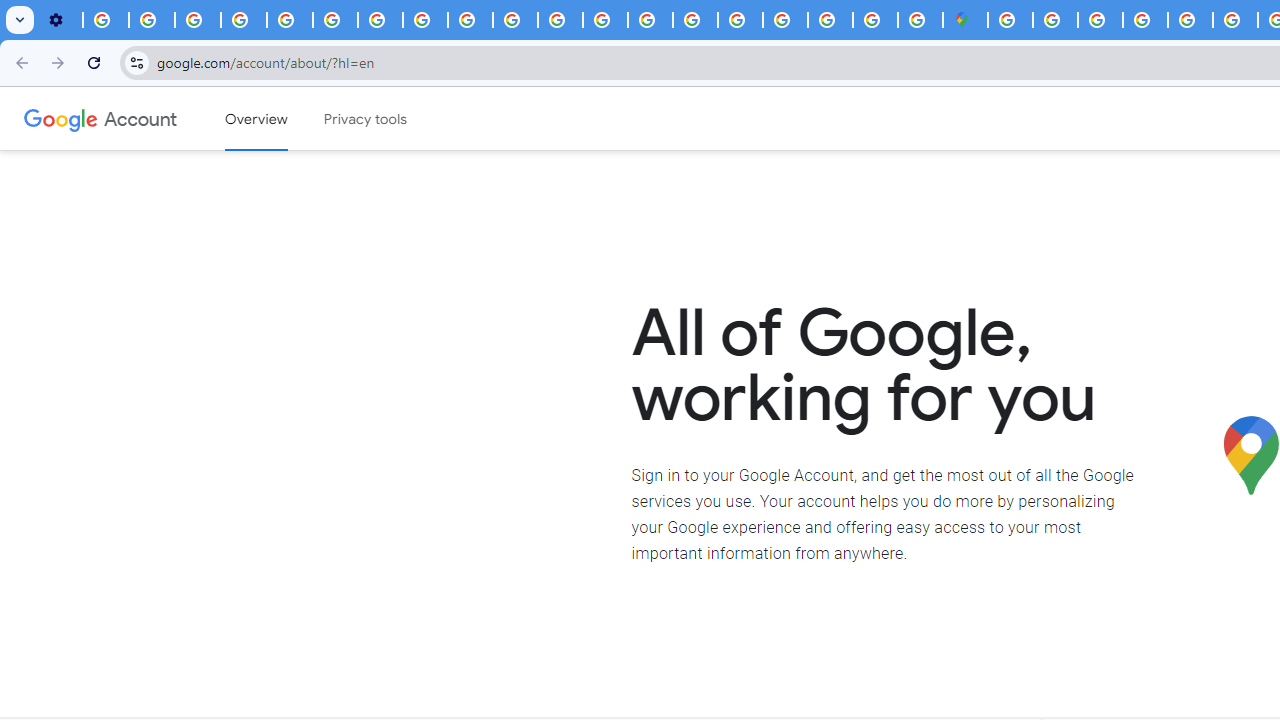  What do you see at coordinates (515, 20) in the screenshot?
I see `'Privacy Checkup'` at bounding box center [515, 20].